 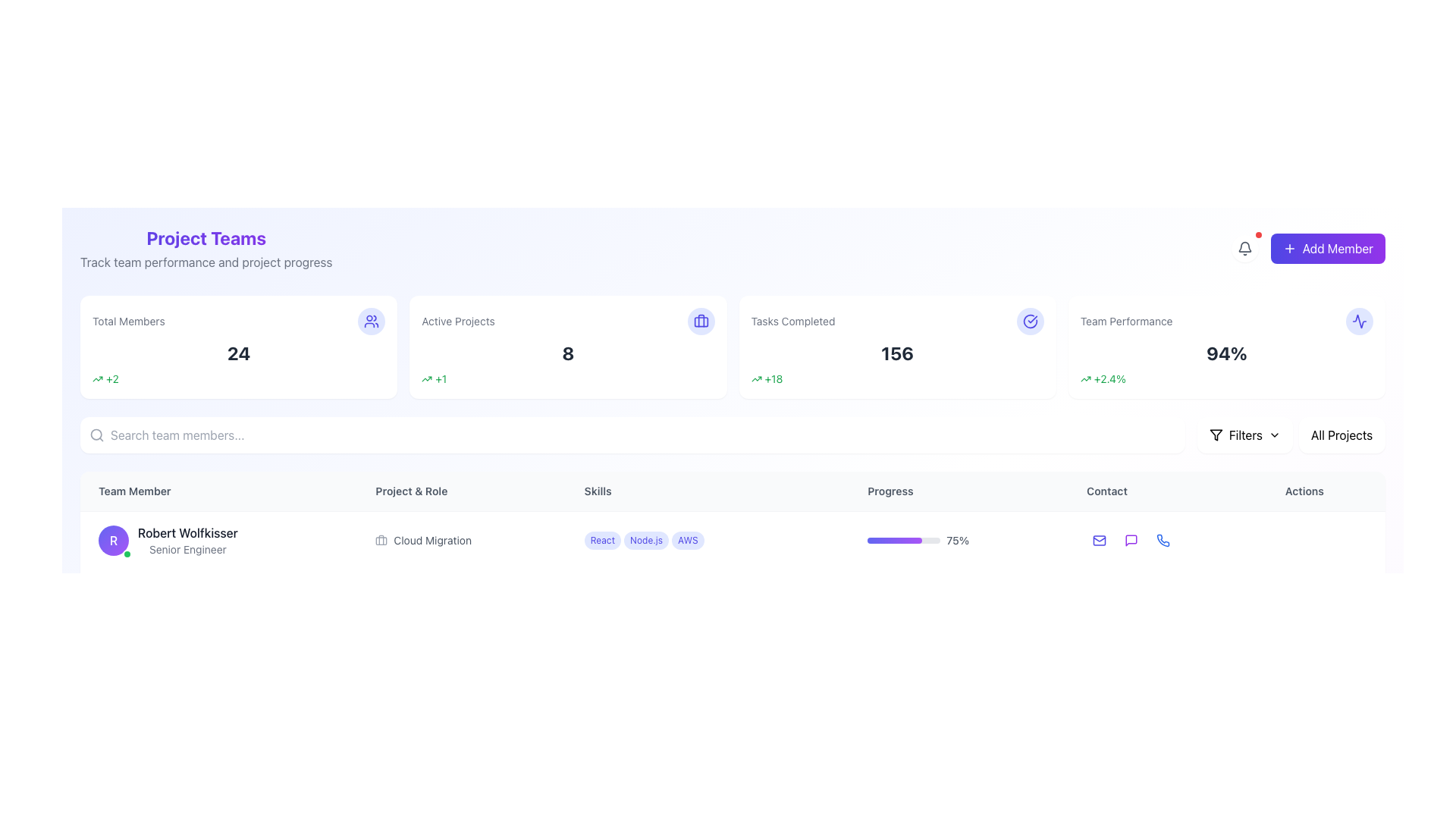 What do you see at coordinates (372, 321) in the screenshot?
I see `the 'Total Members' icon located at the top right corner of the 'Total Members' card, which visually represents the total member metric` at bounding box center [372, 321].